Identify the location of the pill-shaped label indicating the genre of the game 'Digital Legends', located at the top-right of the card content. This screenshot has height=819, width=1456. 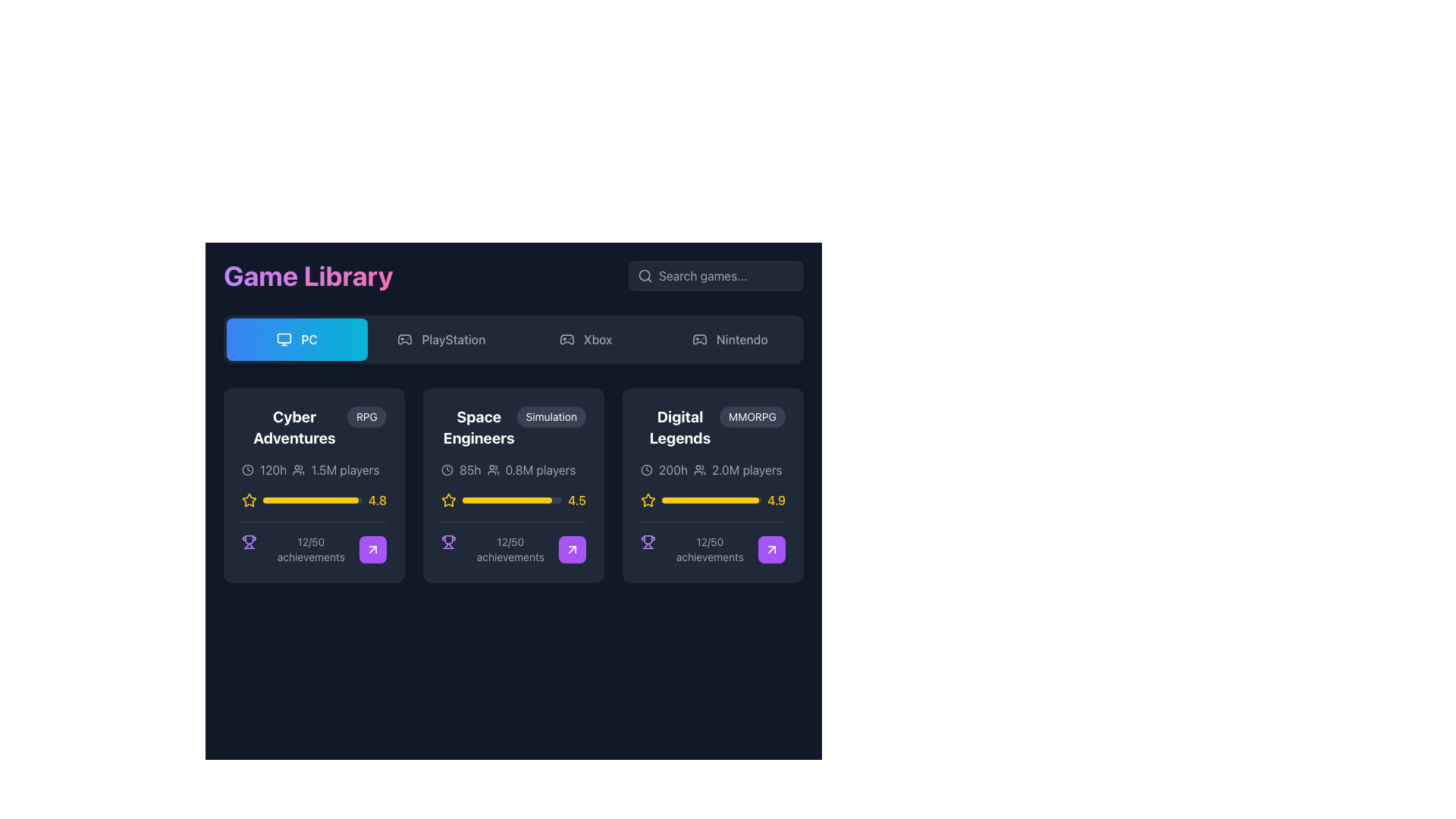
(752, 417).